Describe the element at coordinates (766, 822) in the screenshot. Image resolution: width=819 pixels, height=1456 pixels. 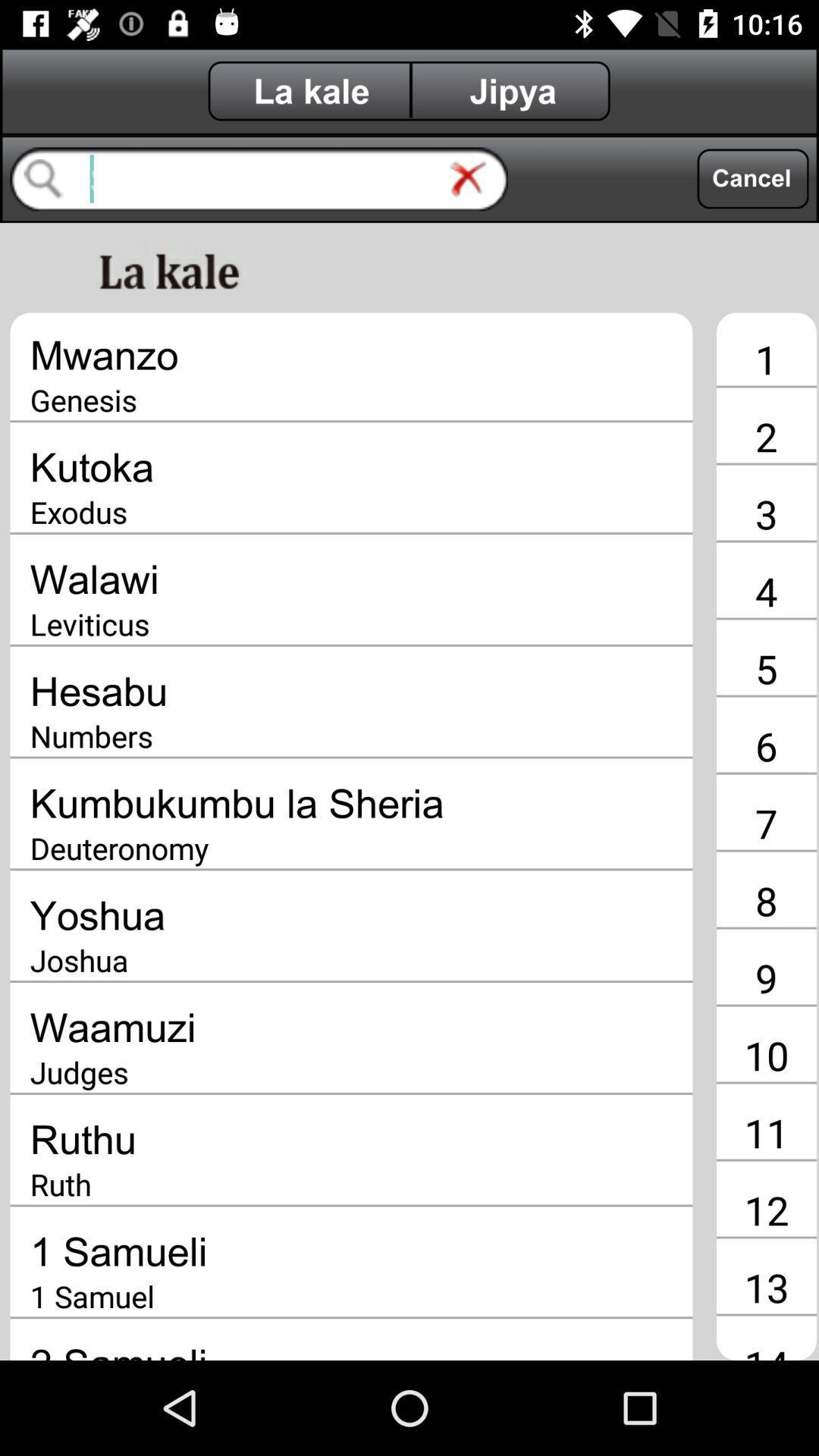
I see `the app next to the kumbukumbu la sheria icon` at that location.